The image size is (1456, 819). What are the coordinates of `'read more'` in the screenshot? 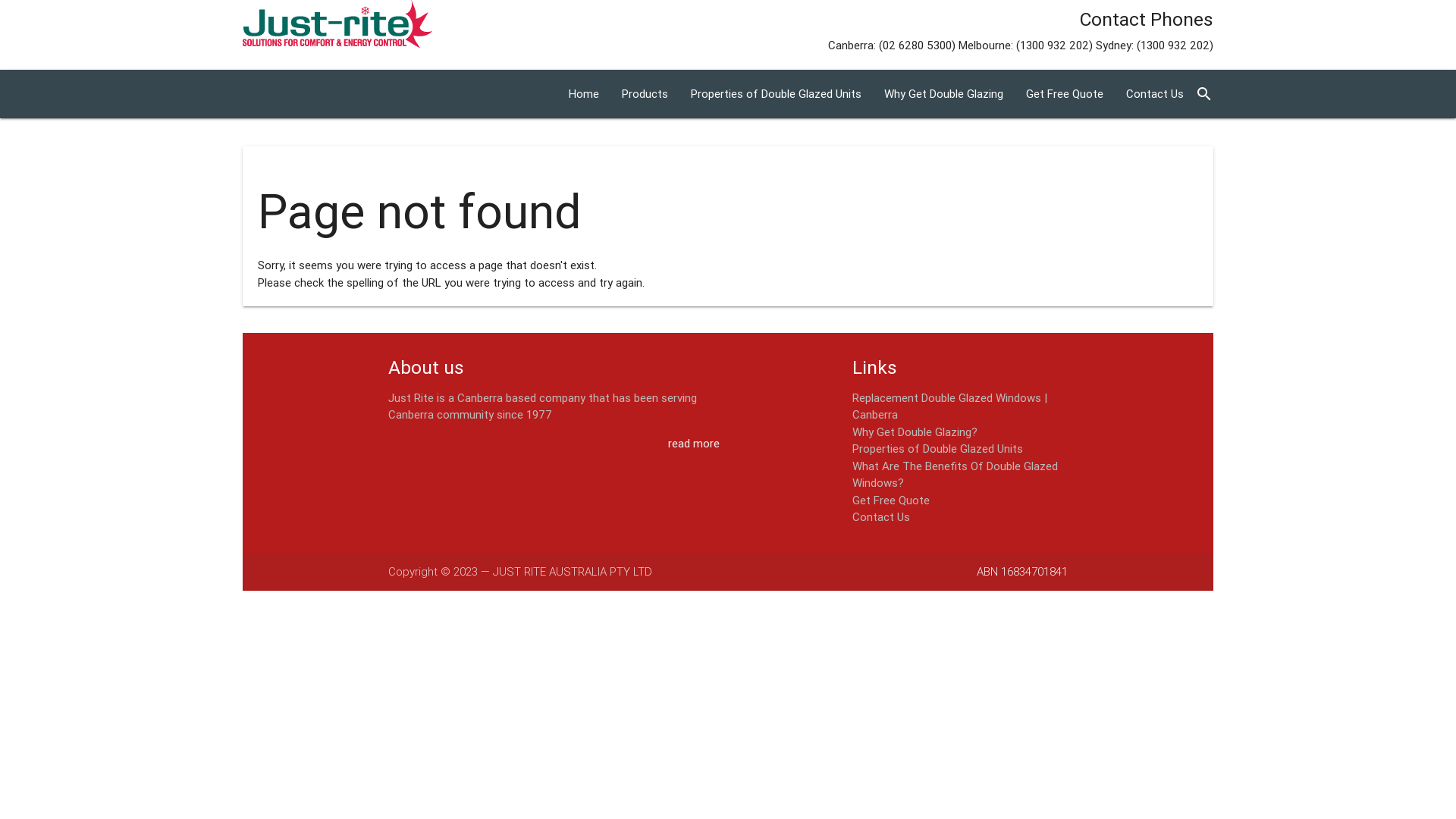 It's located at (693, 444).